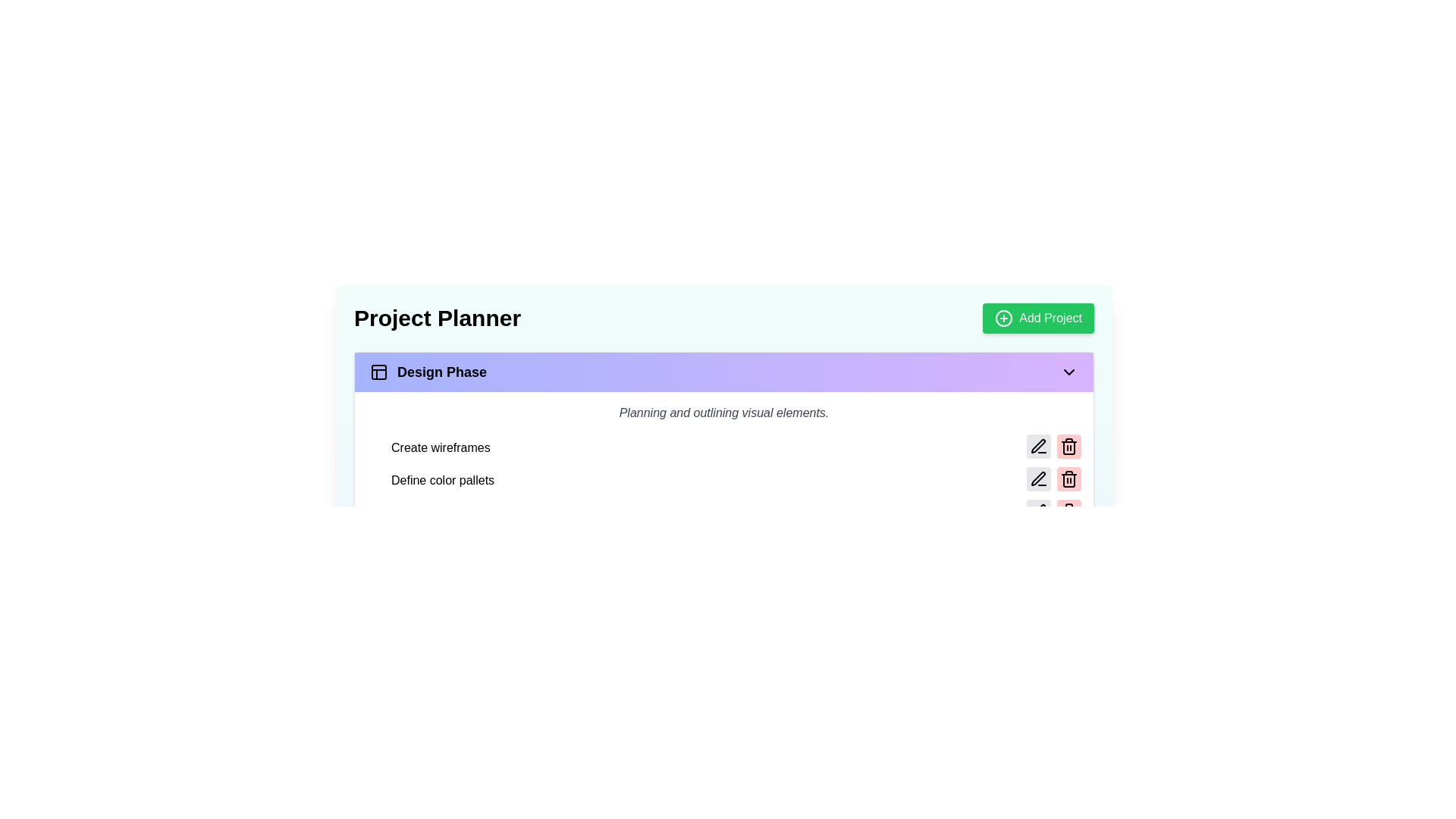 The height and width of the screenshot is (819, 1456). Describe the element at coordinates (1037, 479) in the screenshot. I see `the pen icon, which serves as an editing tool located in the right column of a table row, adjacent to similar icons` at that location.